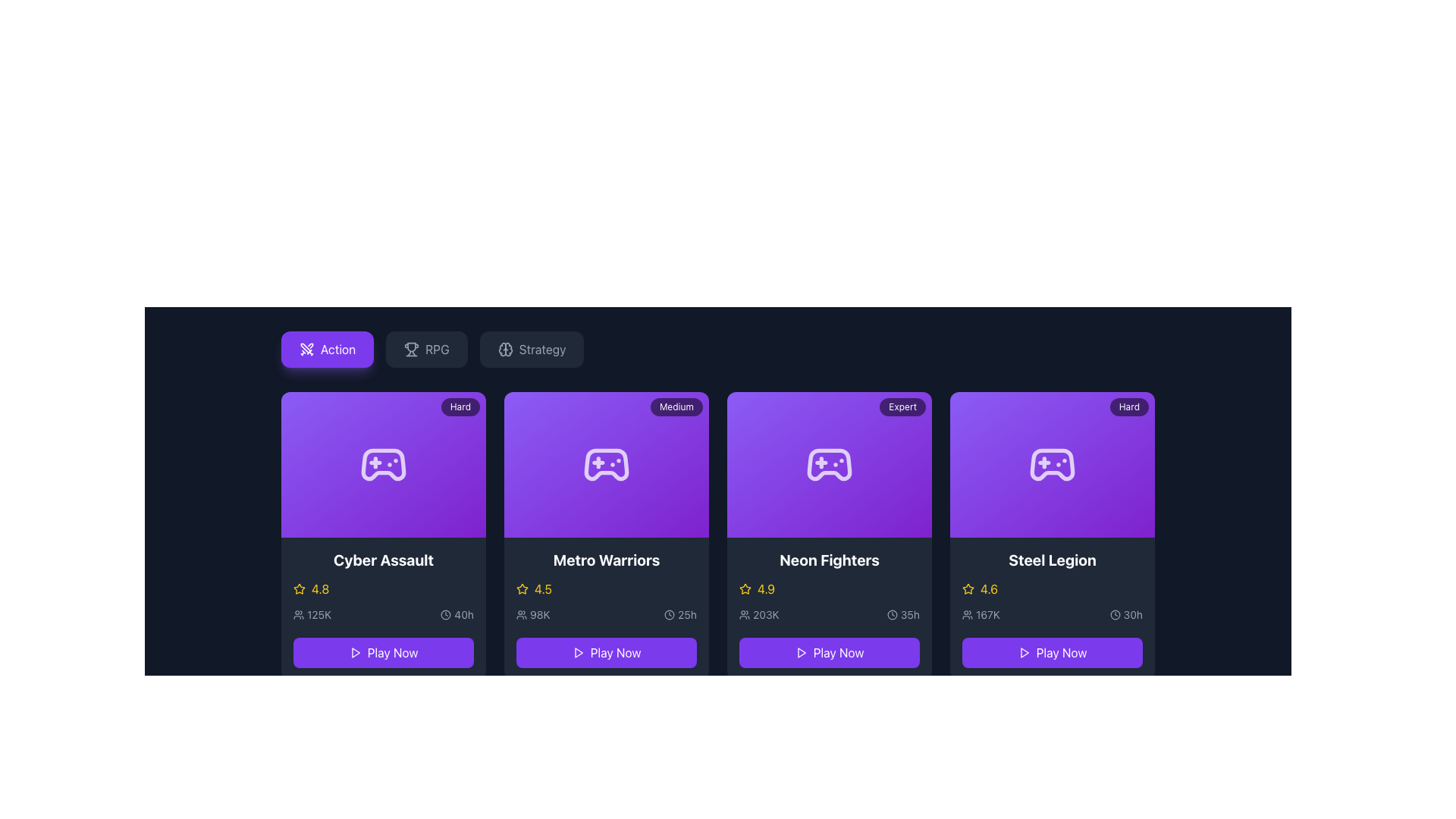 The image size is (1456, 819). I want to click on the star visual indicator in the rating section of the Steel Legion game card to rate it, so click(967, 587).